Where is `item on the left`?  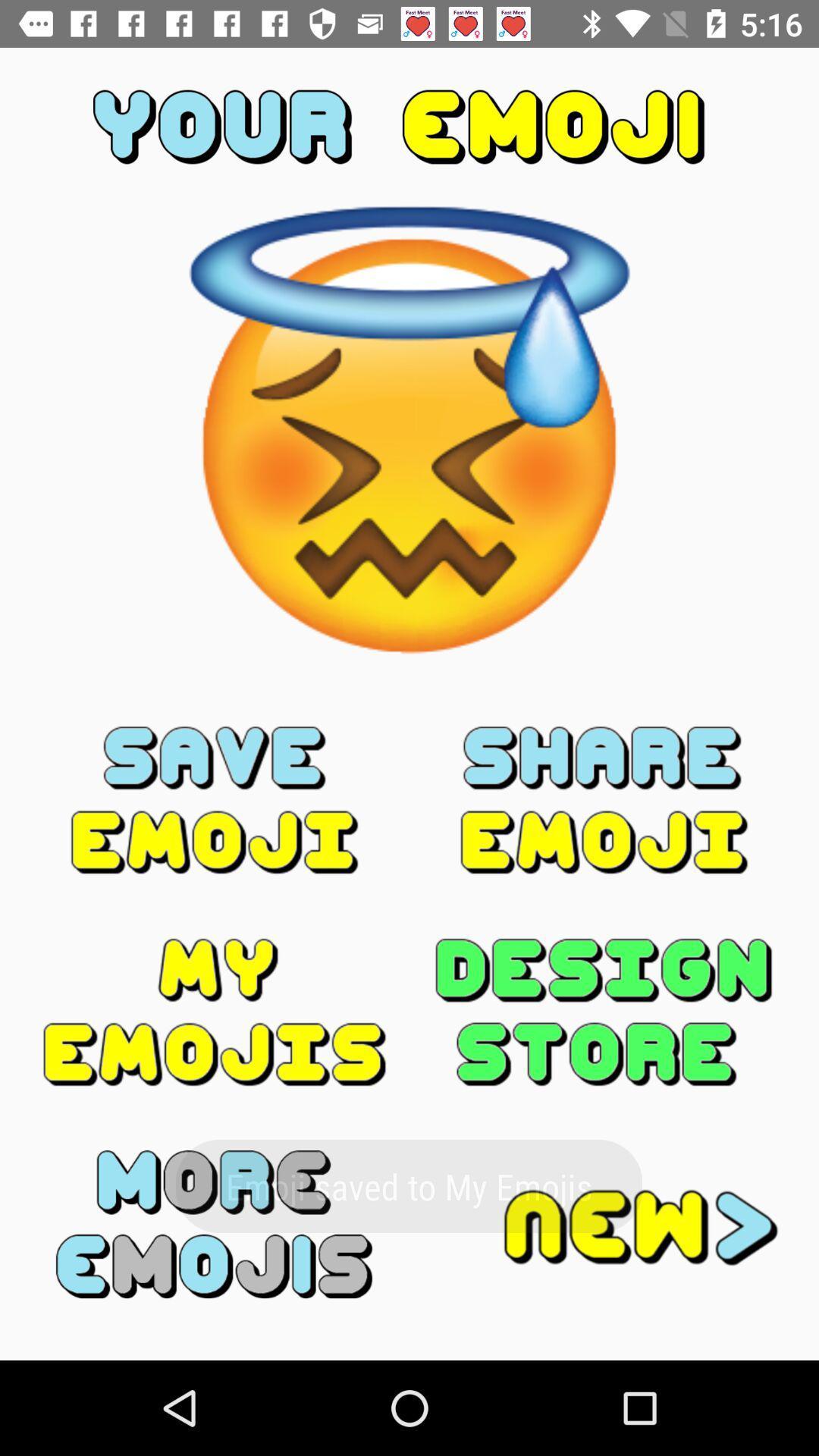
item on the left is located at coordinates (215, 799).